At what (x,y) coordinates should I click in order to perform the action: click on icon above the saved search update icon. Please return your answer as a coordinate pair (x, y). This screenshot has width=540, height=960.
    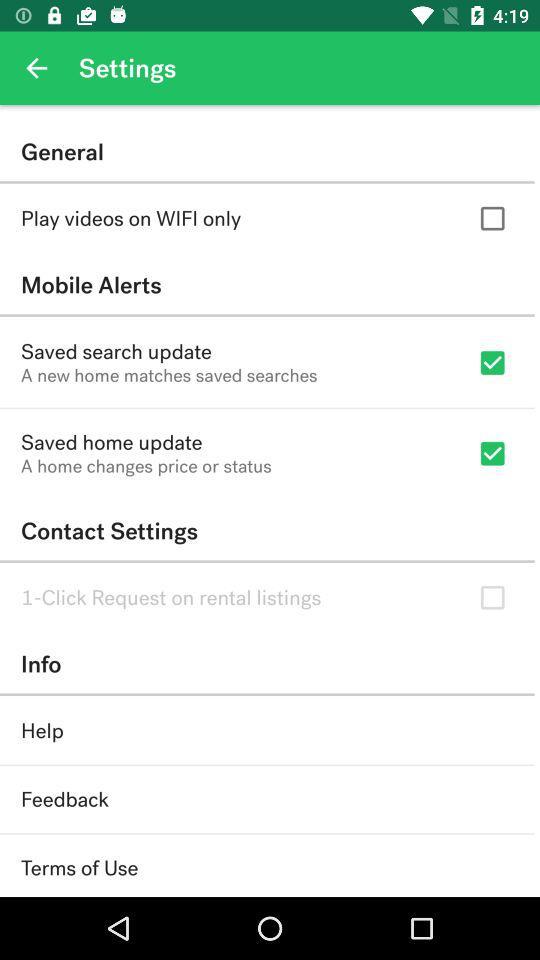
    Looking at the image, I should click on (267, 284).